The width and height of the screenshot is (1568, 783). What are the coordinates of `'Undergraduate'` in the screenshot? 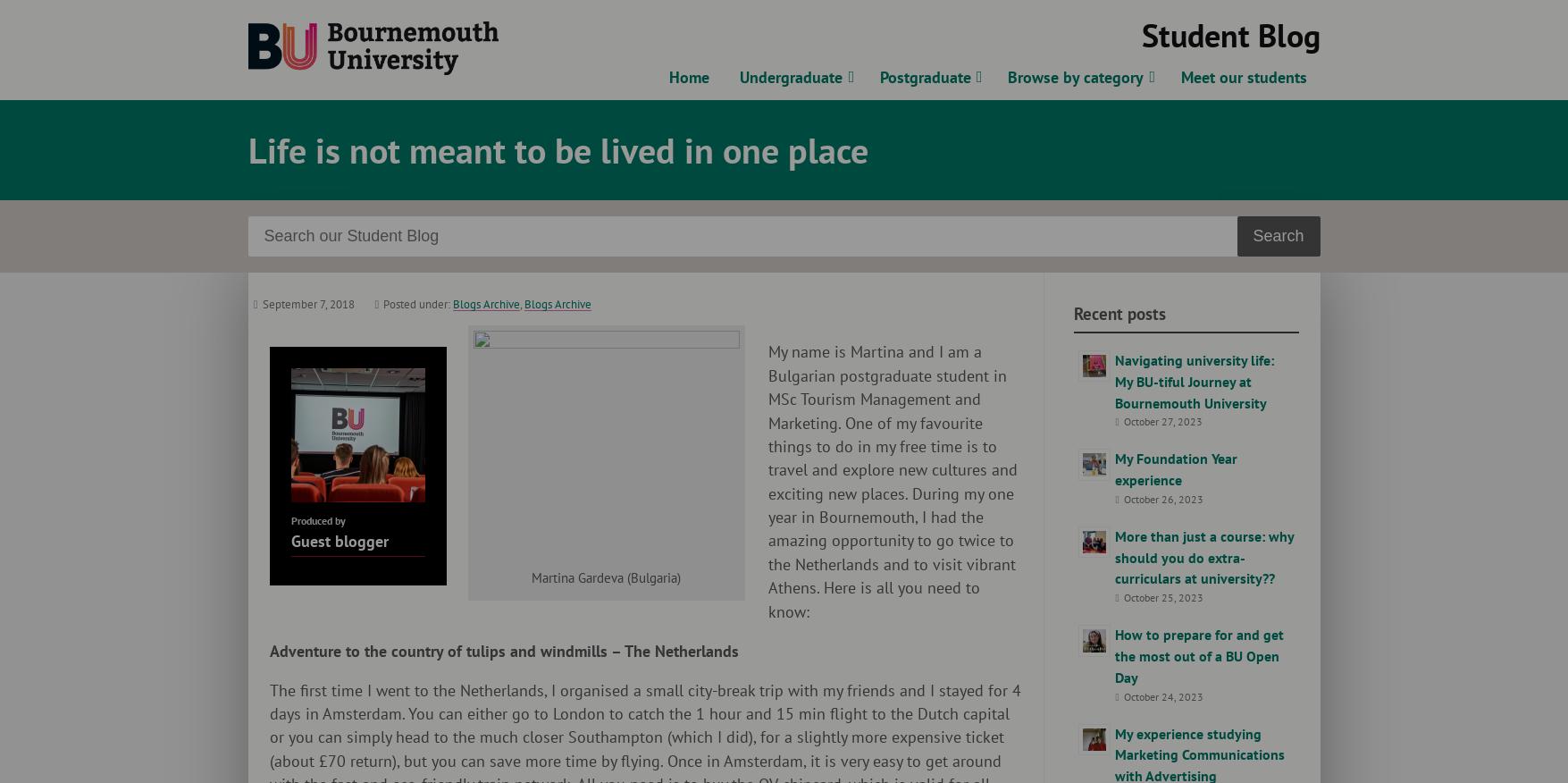 It's located at (740, 77).